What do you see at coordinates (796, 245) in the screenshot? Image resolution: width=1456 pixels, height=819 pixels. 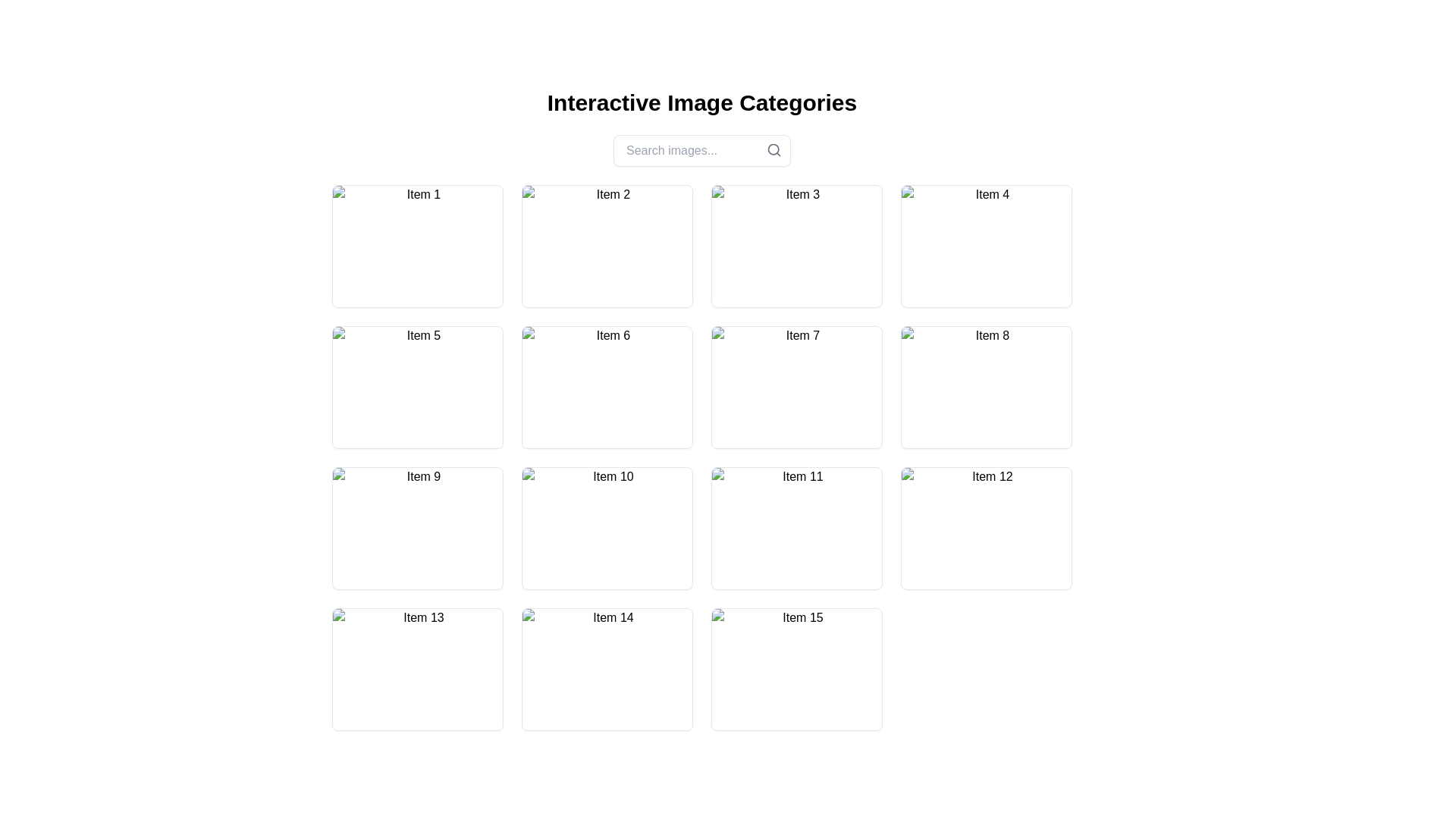 I see `the image representing 'Item 3', located in the top row of a grid layout, third from the left, to understand the category or content it represents` at bounding box center [796, 245].